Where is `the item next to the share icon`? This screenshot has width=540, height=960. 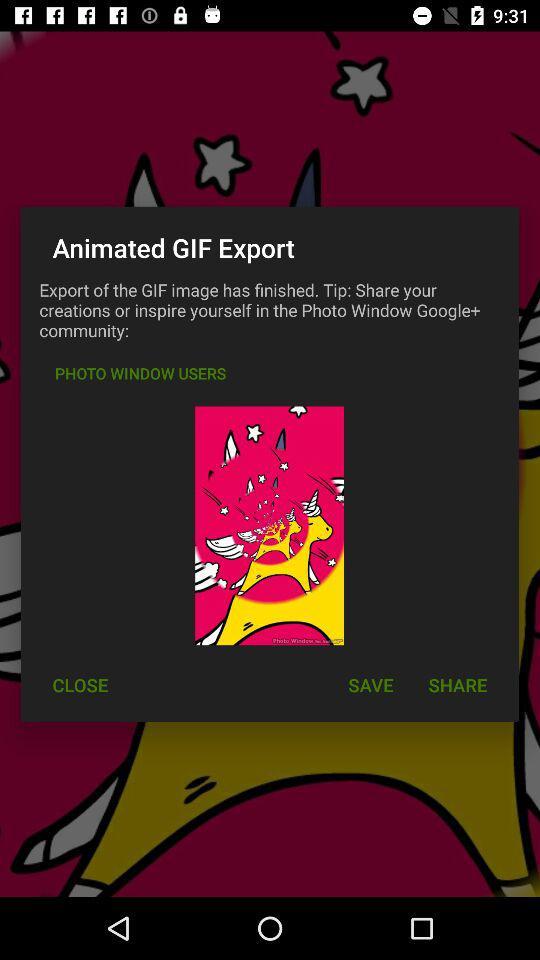 the item next to the share icon is located at coordinates (369, 685).